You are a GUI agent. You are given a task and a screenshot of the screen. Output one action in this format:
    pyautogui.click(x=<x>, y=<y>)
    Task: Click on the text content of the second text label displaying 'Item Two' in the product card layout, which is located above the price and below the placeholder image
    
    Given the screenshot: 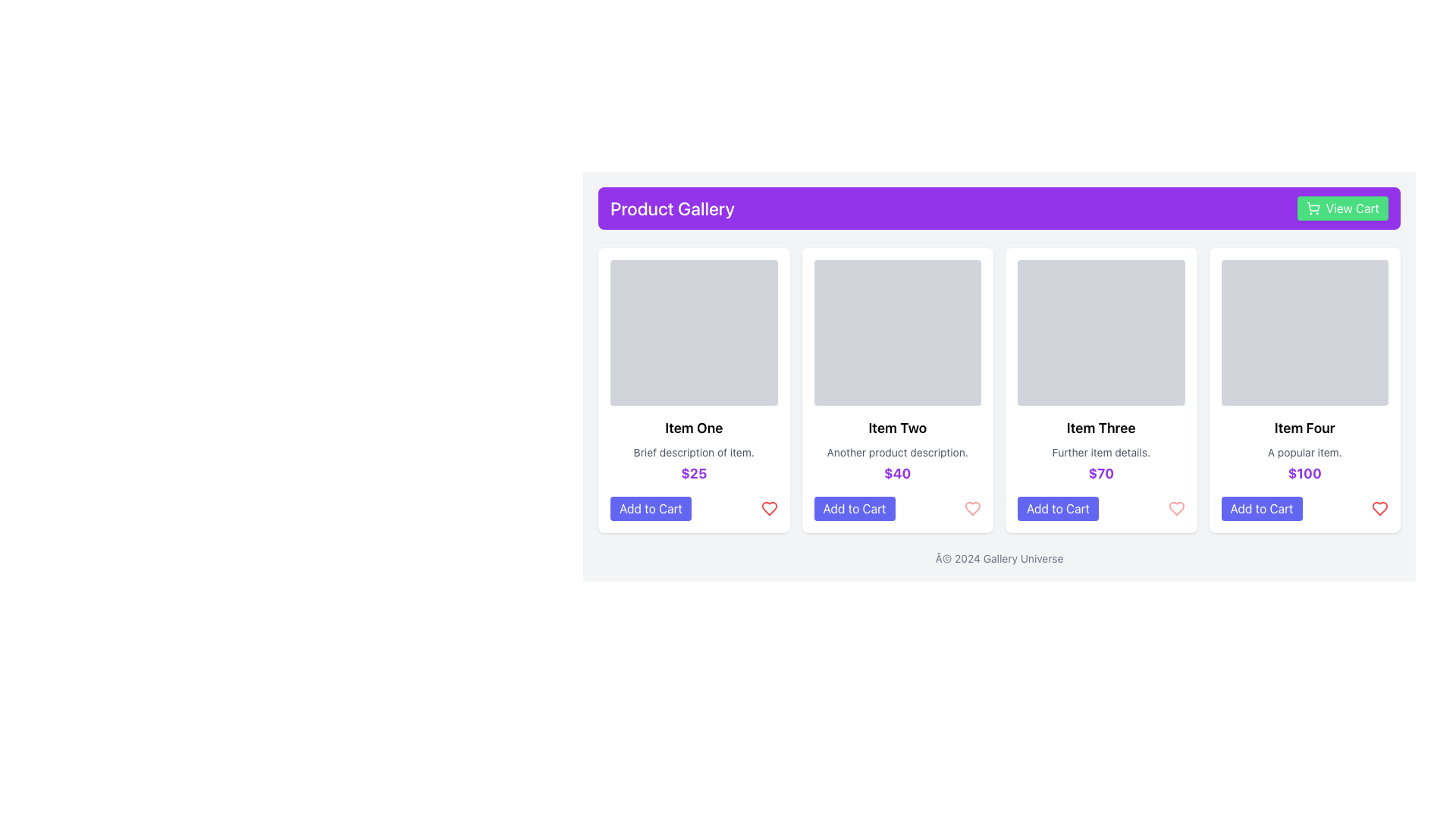 What is the action you would take?
    pyautogui.click(x=897, y=428)
    